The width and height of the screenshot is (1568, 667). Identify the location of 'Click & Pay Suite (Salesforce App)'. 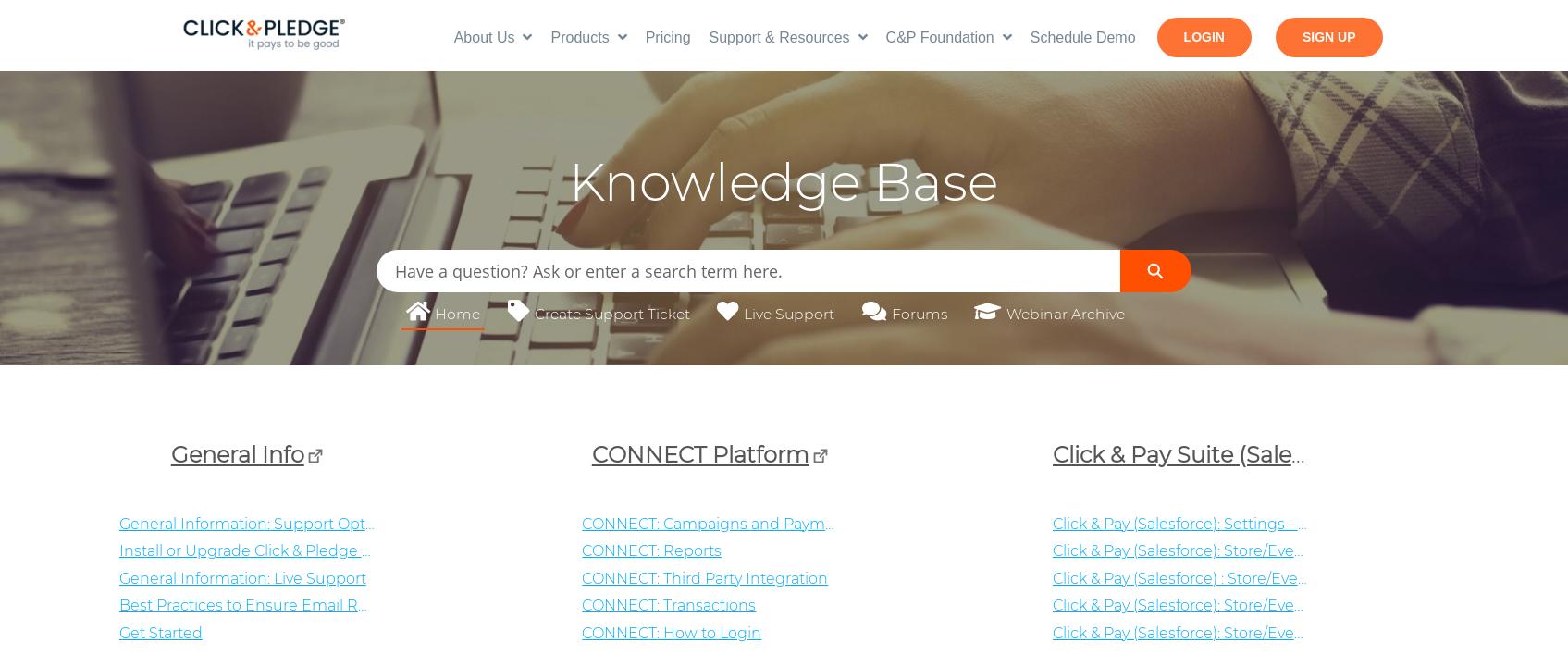
(1051, 452).